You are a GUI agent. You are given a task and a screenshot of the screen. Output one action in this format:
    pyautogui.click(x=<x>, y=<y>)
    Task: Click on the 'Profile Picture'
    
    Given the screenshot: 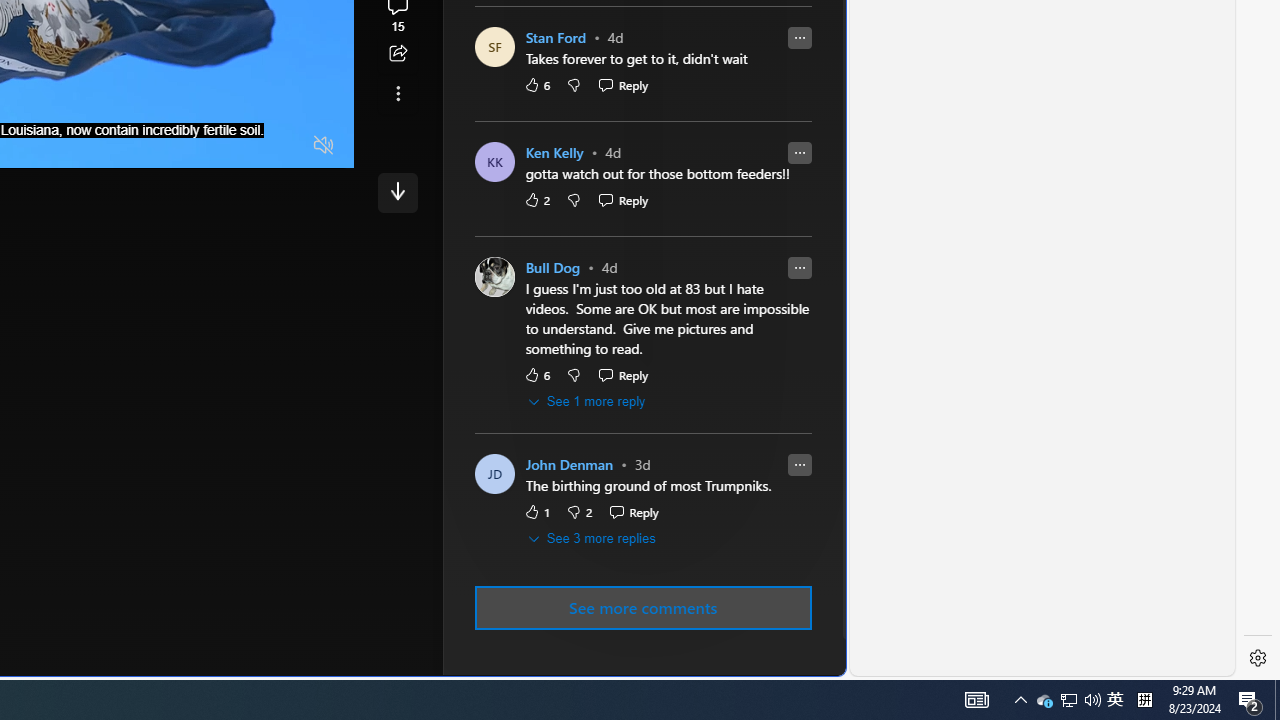 What is the action you would take?
    pyautogui.click(x=494, y=474)
    